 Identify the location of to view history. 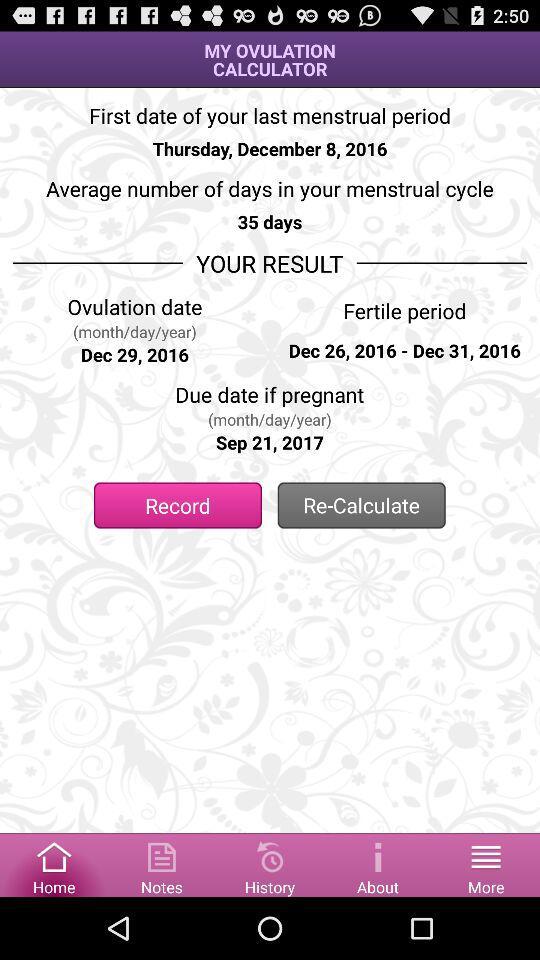
(270, 863).